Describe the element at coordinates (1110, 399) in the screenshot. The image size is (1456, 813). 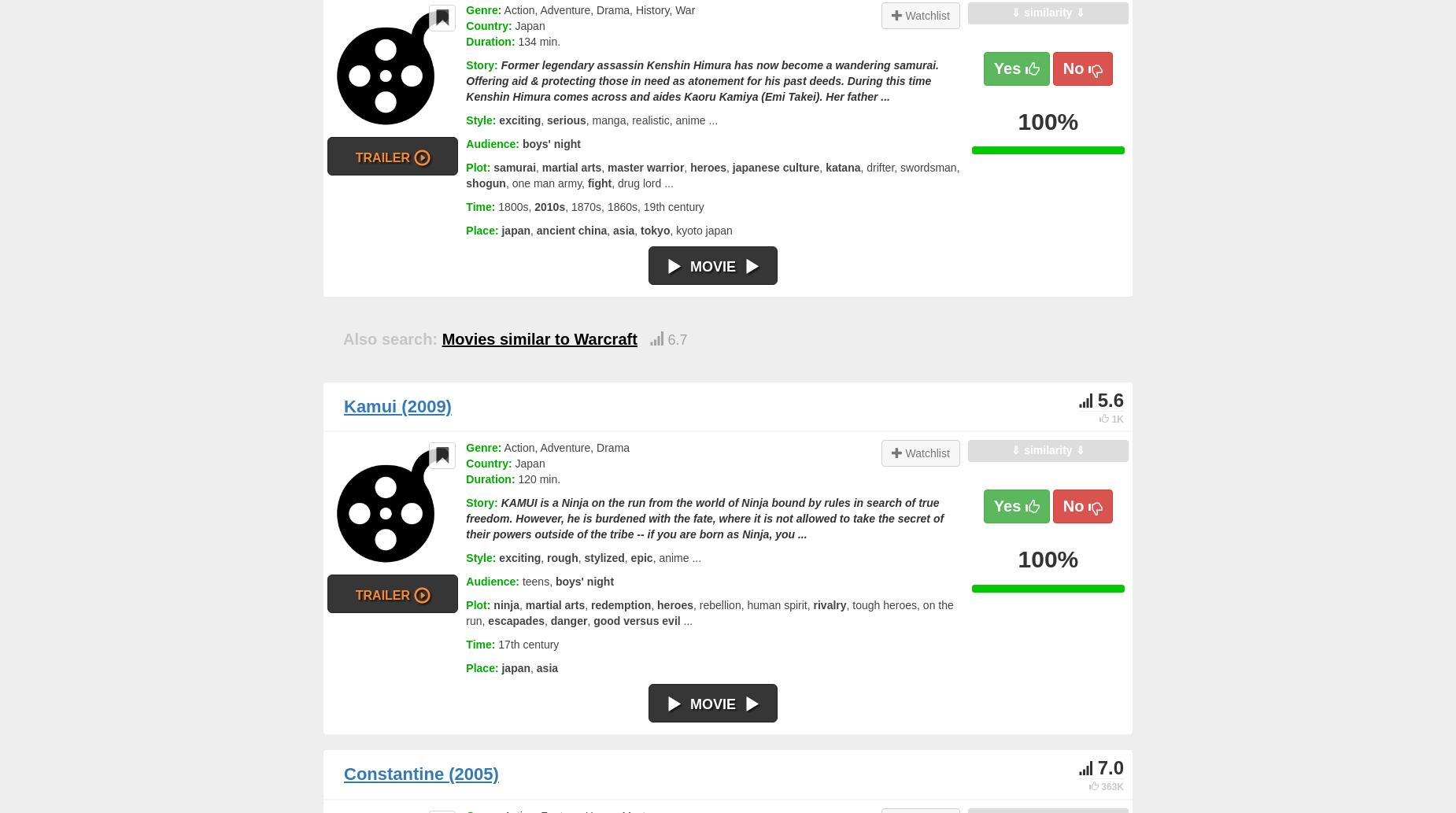
I see `'5.6'` at that location.